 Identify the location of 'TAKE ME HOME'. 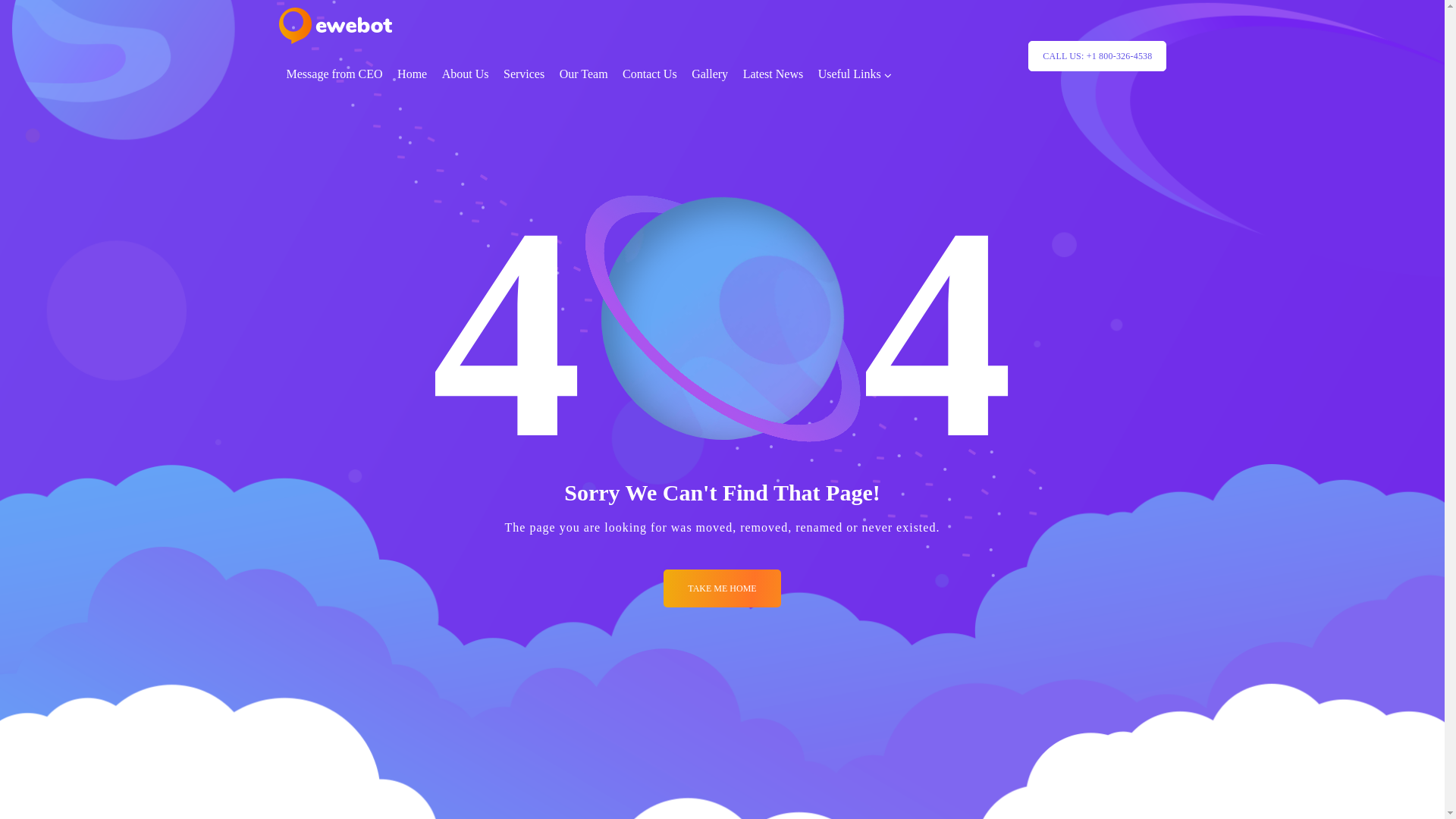
(720, 587).